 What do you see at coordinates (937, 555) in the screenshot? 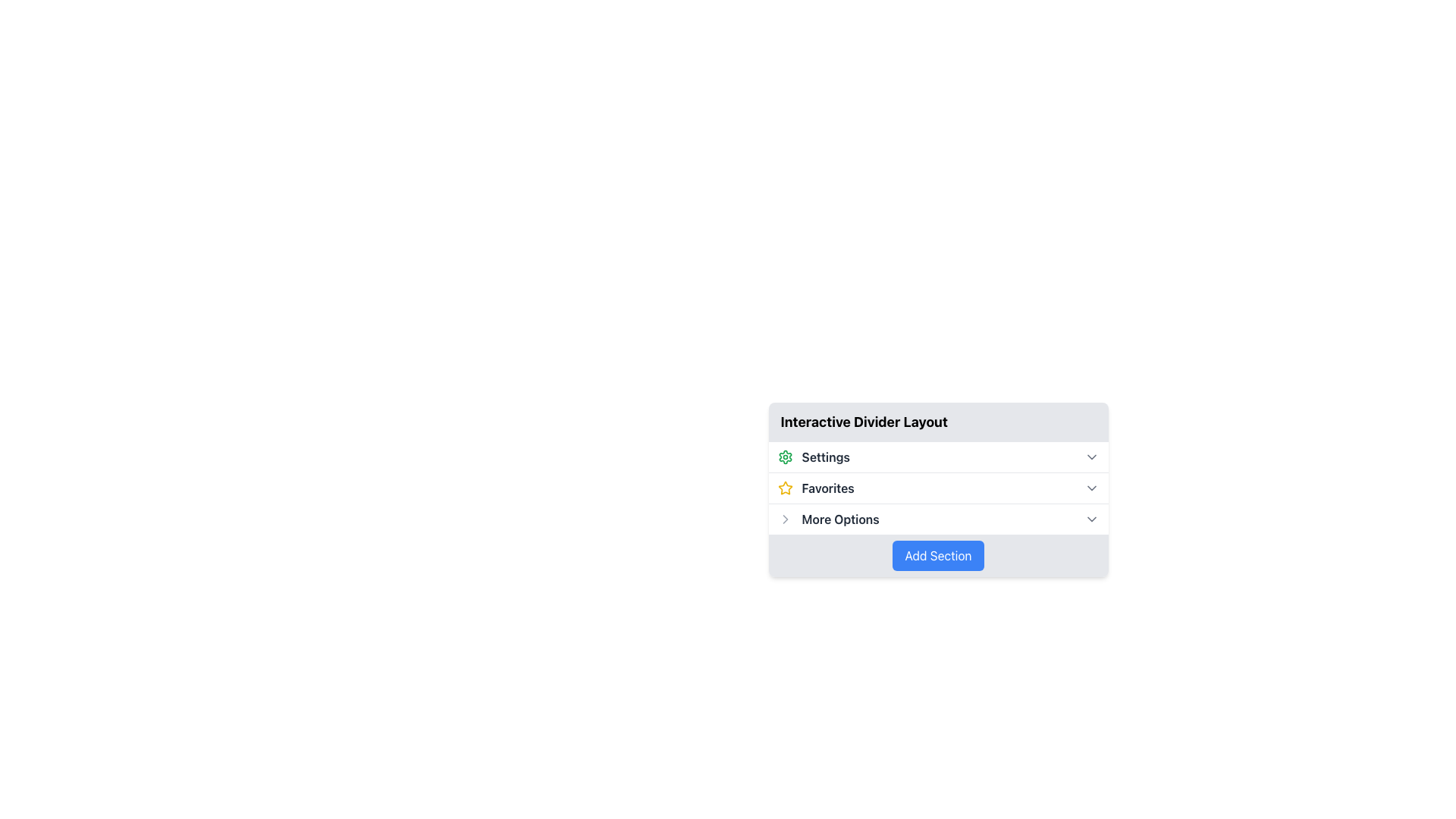
I see `the 'Add Section' button` at bounding box center [937, 555].